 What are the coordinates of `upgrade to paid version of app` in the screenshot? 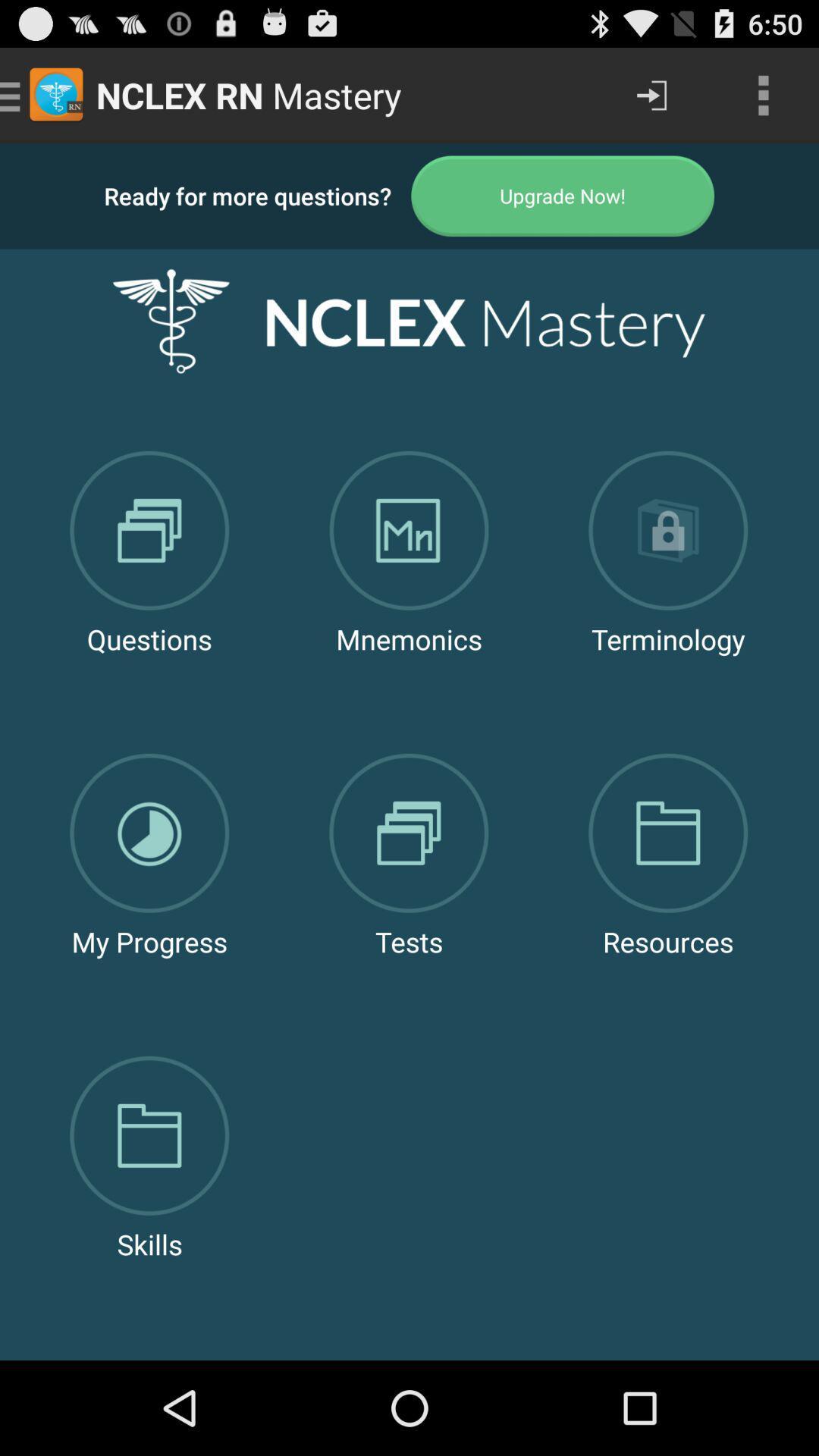 It's located at (563, 195).